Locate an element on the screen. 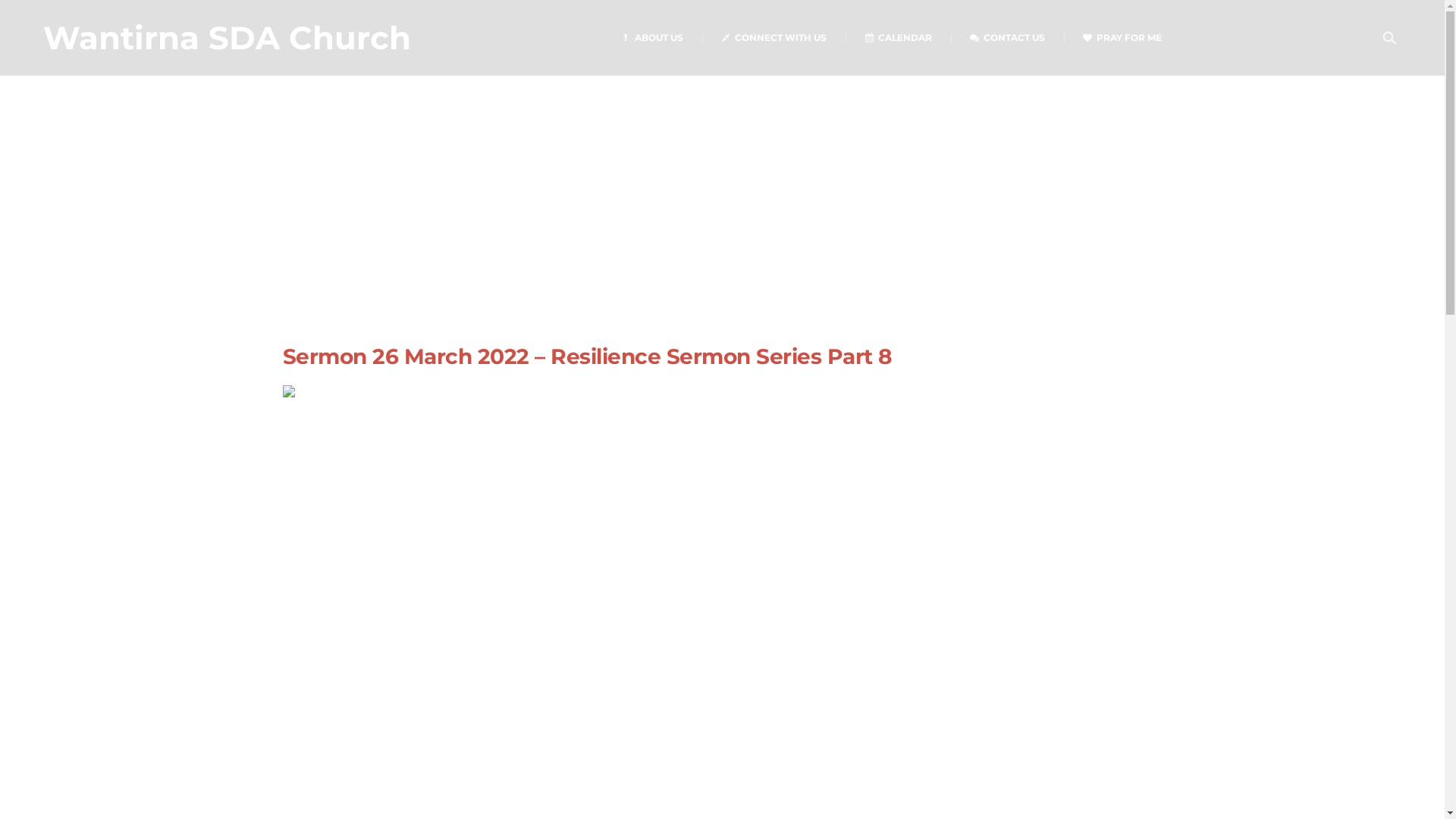 Image resolution: width=1456 pixels, height=819 pixels. 'PRAY FOR ME' is located at coordinates (1122, 36).